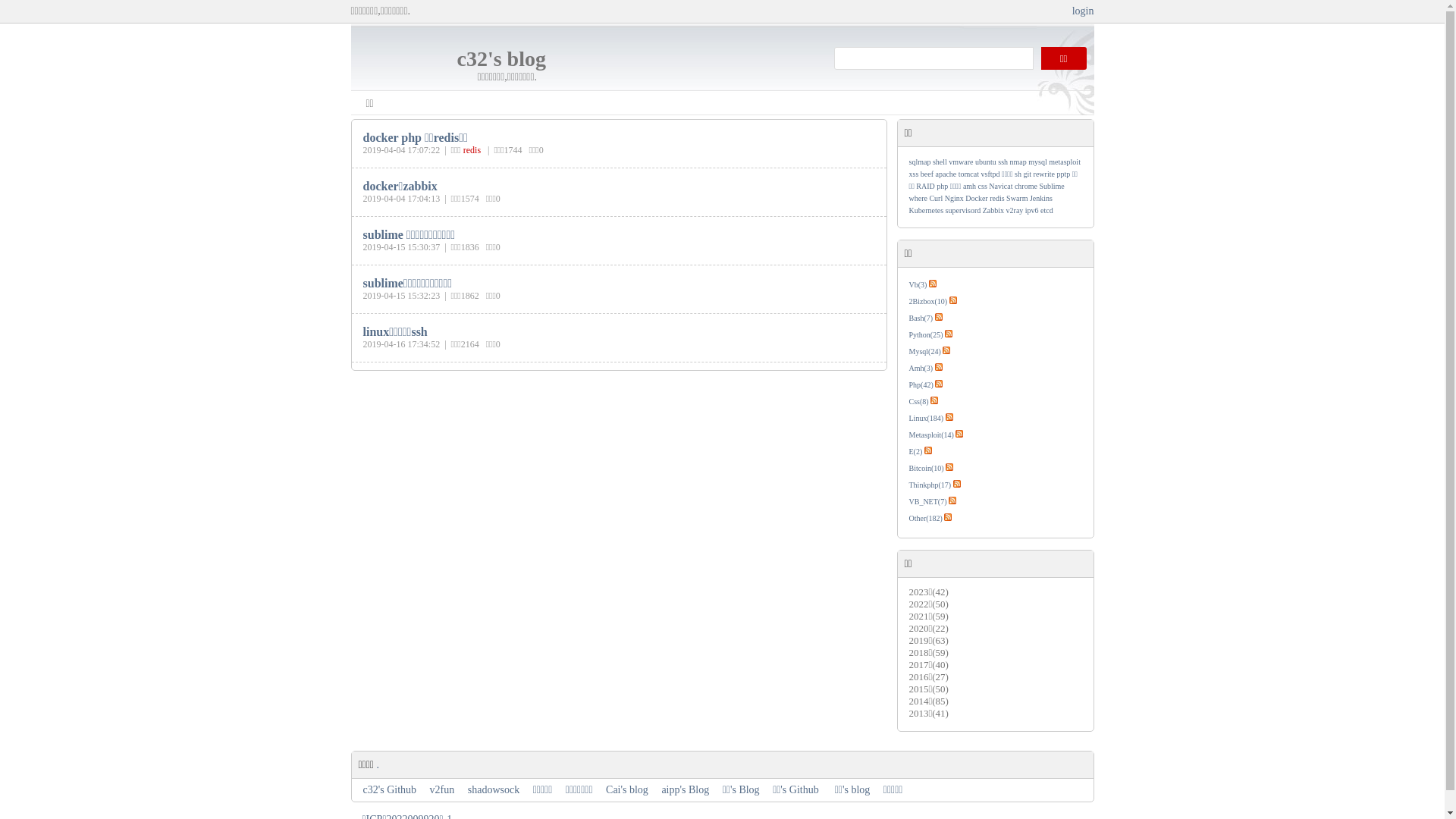  What do you see at coordinates (928, 485) in the screenshot?
I see `'Thinkphp(17)'` at bounding box center [928, 485].